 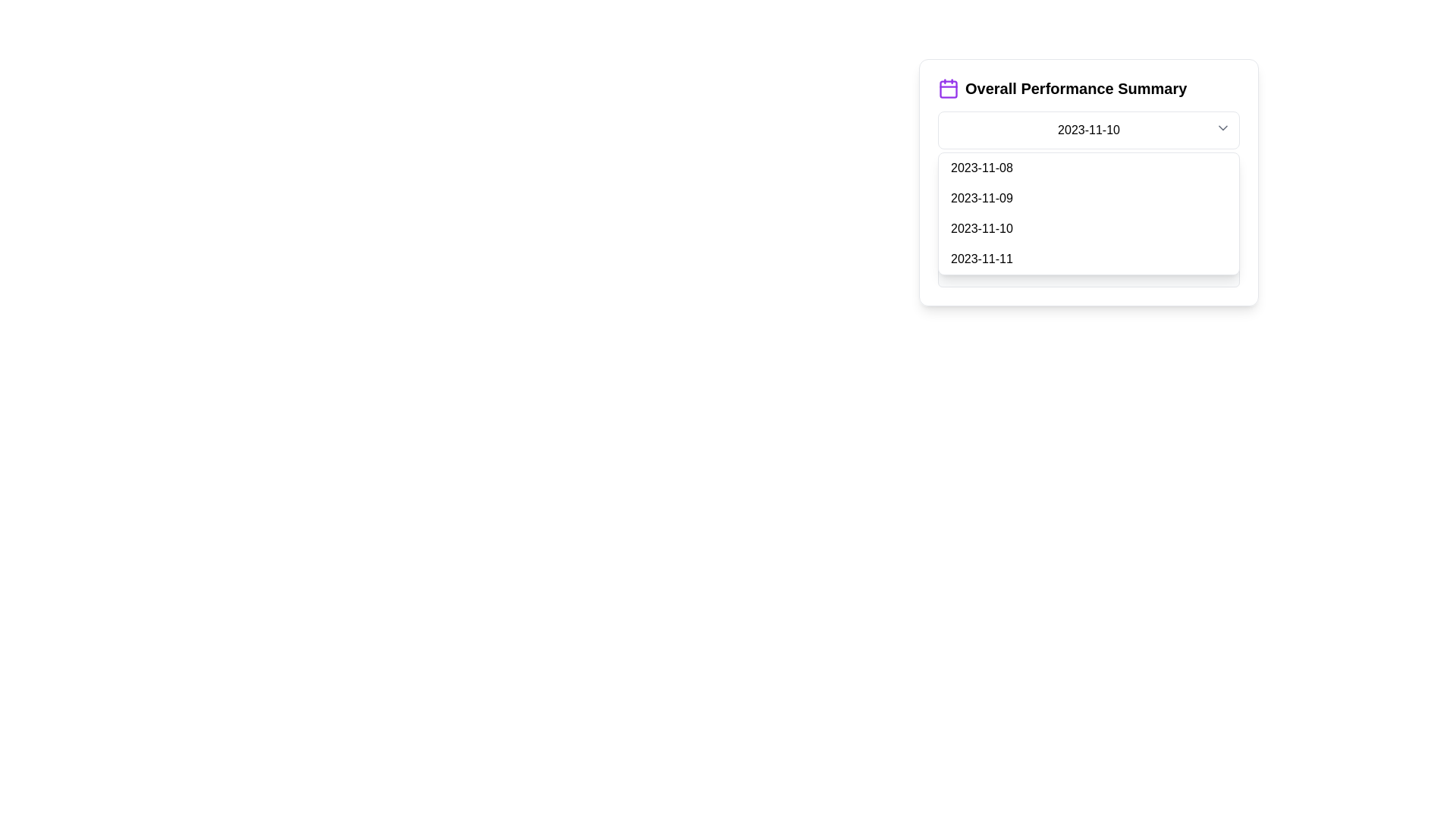 I want to click on the second selectable item in the dropdown menu, so click(x=1087, y=198).